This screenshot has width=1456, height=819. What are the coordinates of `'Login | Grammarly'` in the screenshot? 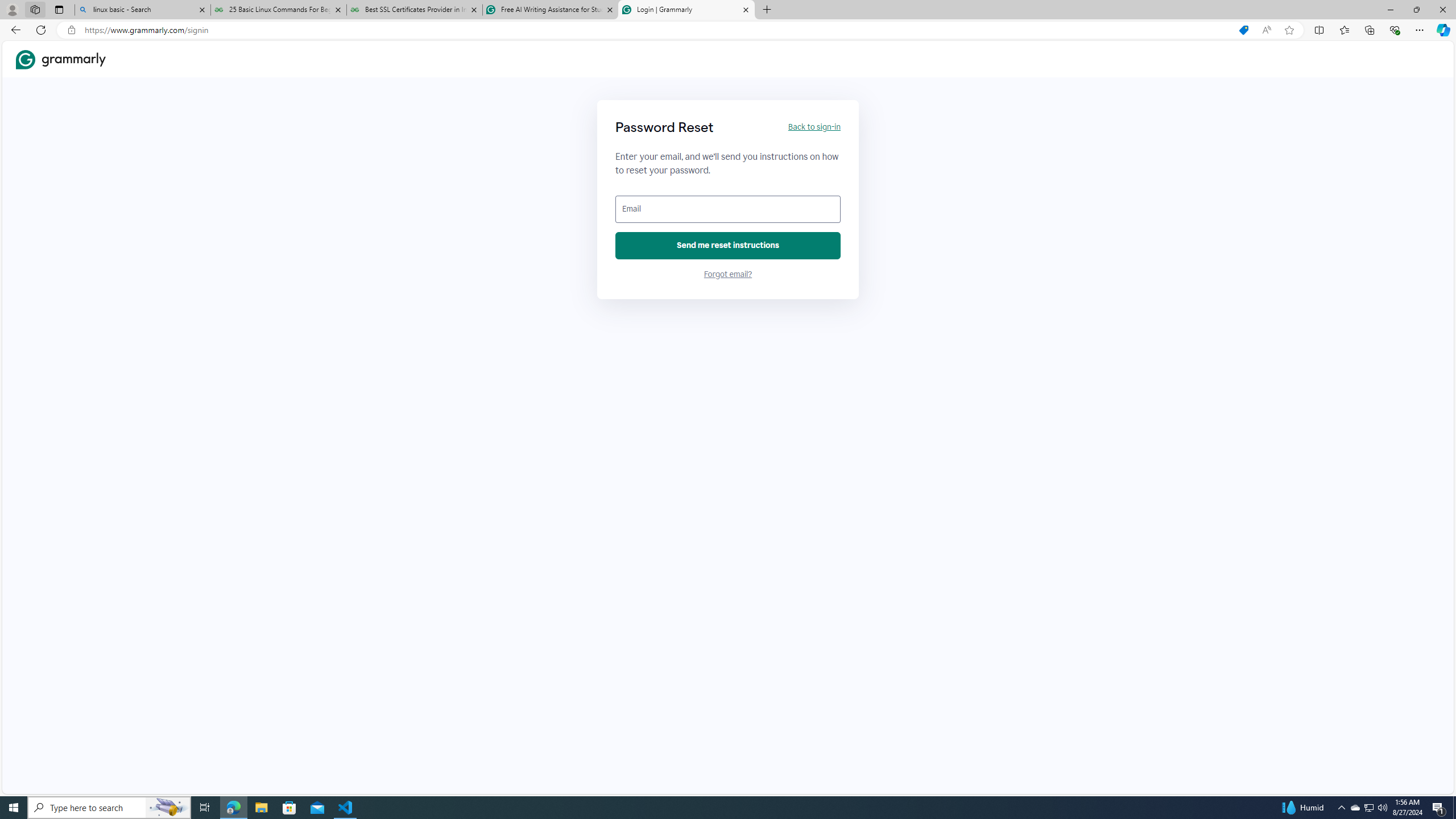 It's located at (685, 9).